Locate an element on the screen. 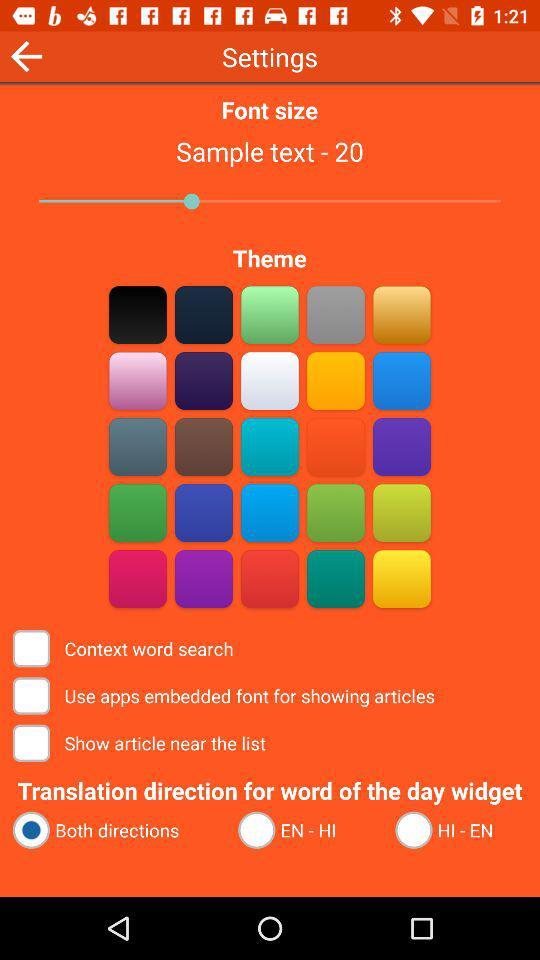  change theme color to purple is located at coordinates (401, 446).